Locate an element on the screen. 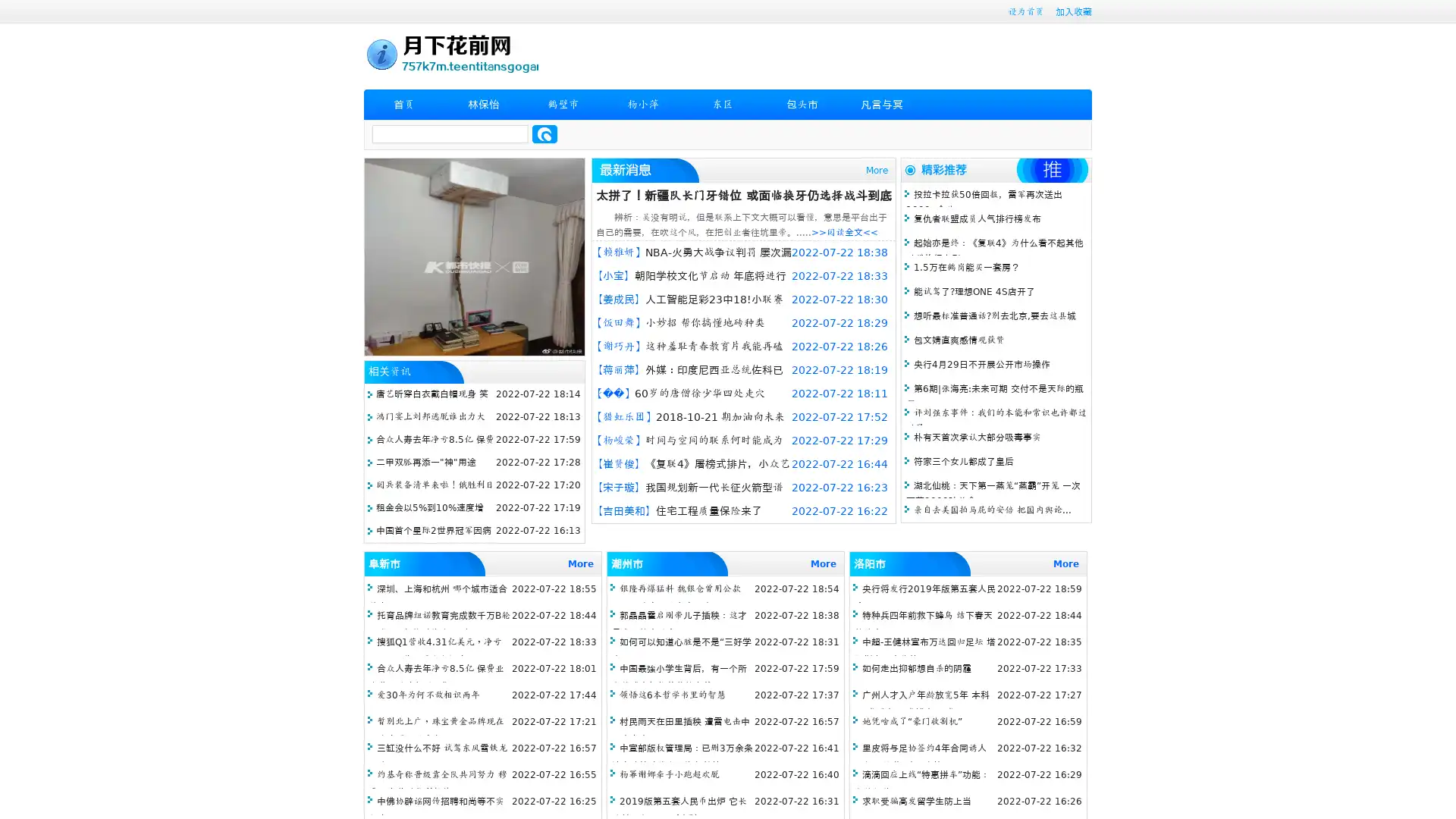 The width and height of the screenshot is (1456, 819). Search is located at coordinates (544, 133).